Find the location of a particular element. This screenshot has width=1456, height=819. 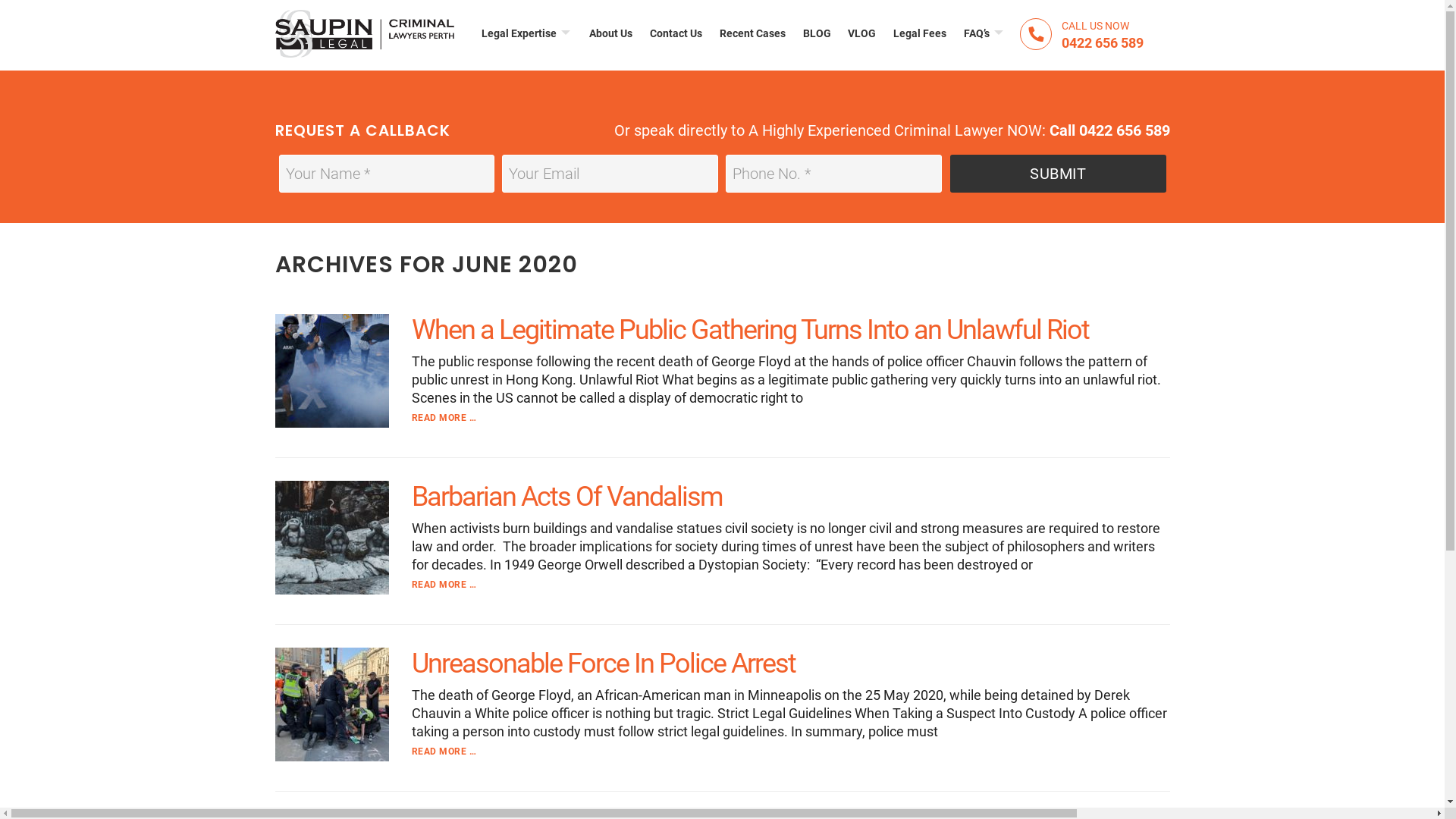

'About Us' is located at coordinates (611, 33).